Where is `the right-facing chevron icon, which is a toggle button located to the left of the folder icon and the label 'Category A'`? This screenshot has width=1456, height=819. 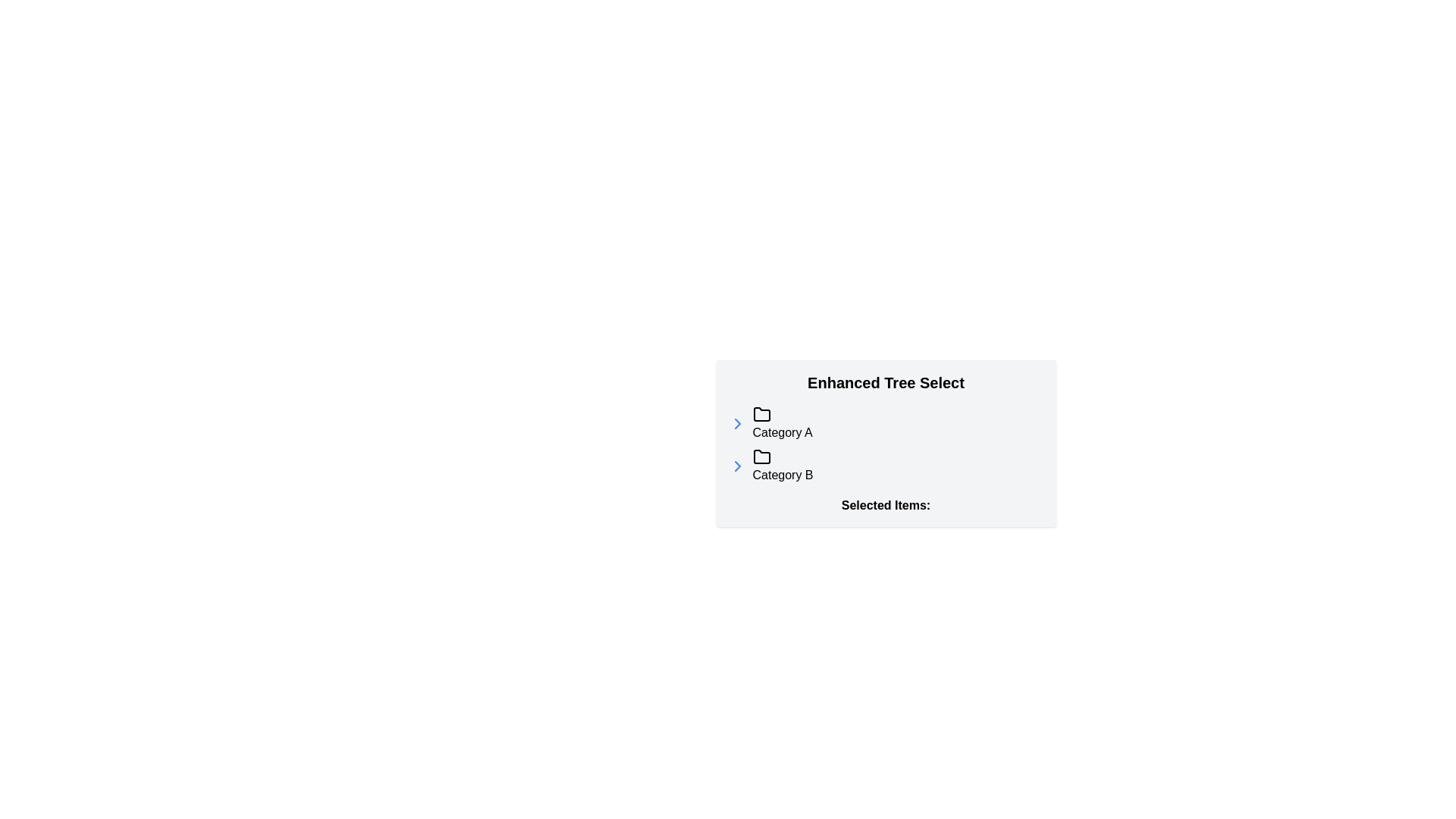
the right-facing chevron icon, which is a toggle button located to the left of the folder icon and the label 'Category A' is located at coordinates (737, 424).